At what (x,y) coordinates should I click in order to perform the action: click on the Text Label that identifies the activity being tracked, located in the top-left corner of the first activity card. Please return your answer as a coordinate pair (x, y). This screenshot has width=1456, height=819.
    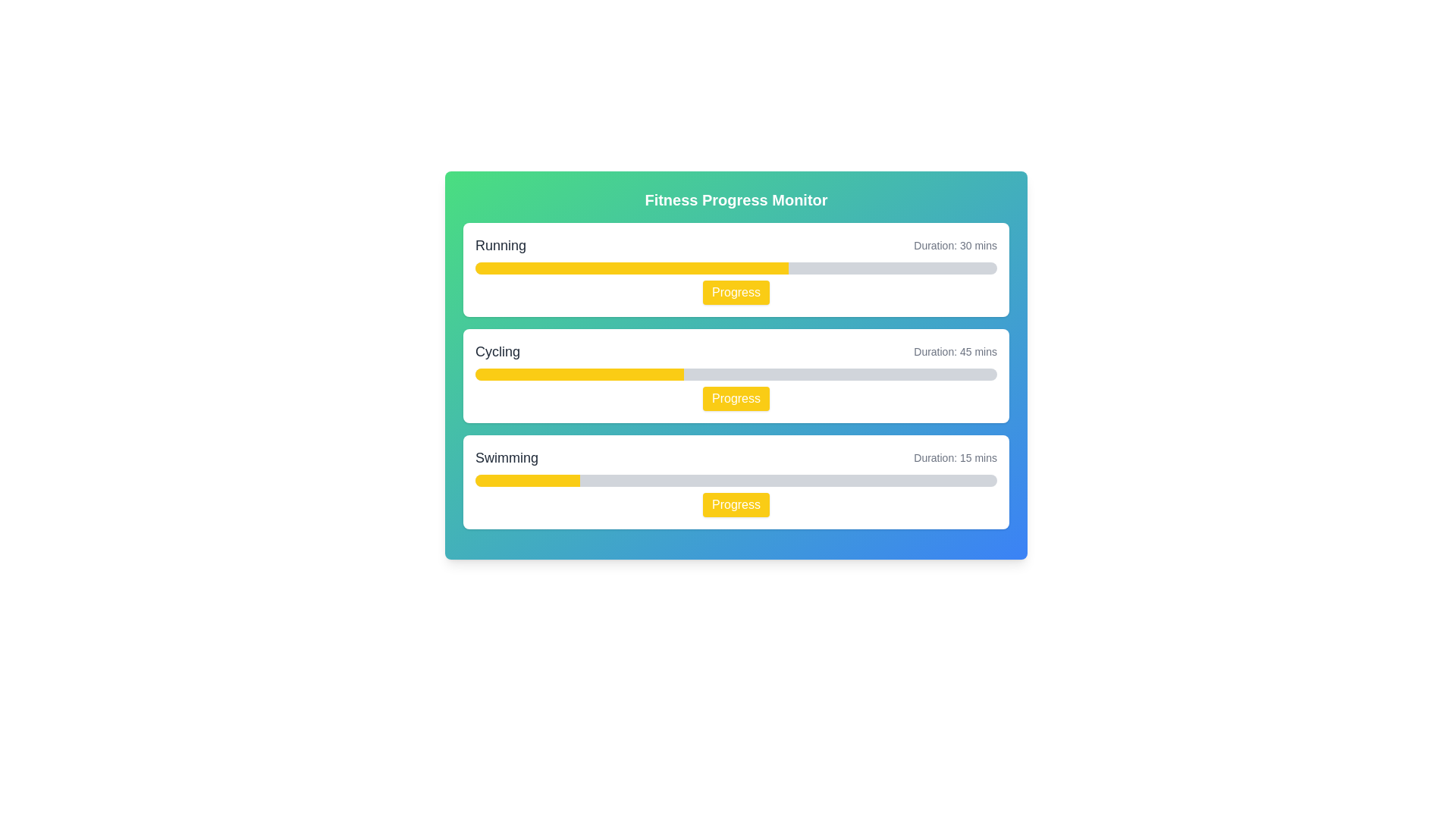
    Looking at the image, I should click on (500, 245).